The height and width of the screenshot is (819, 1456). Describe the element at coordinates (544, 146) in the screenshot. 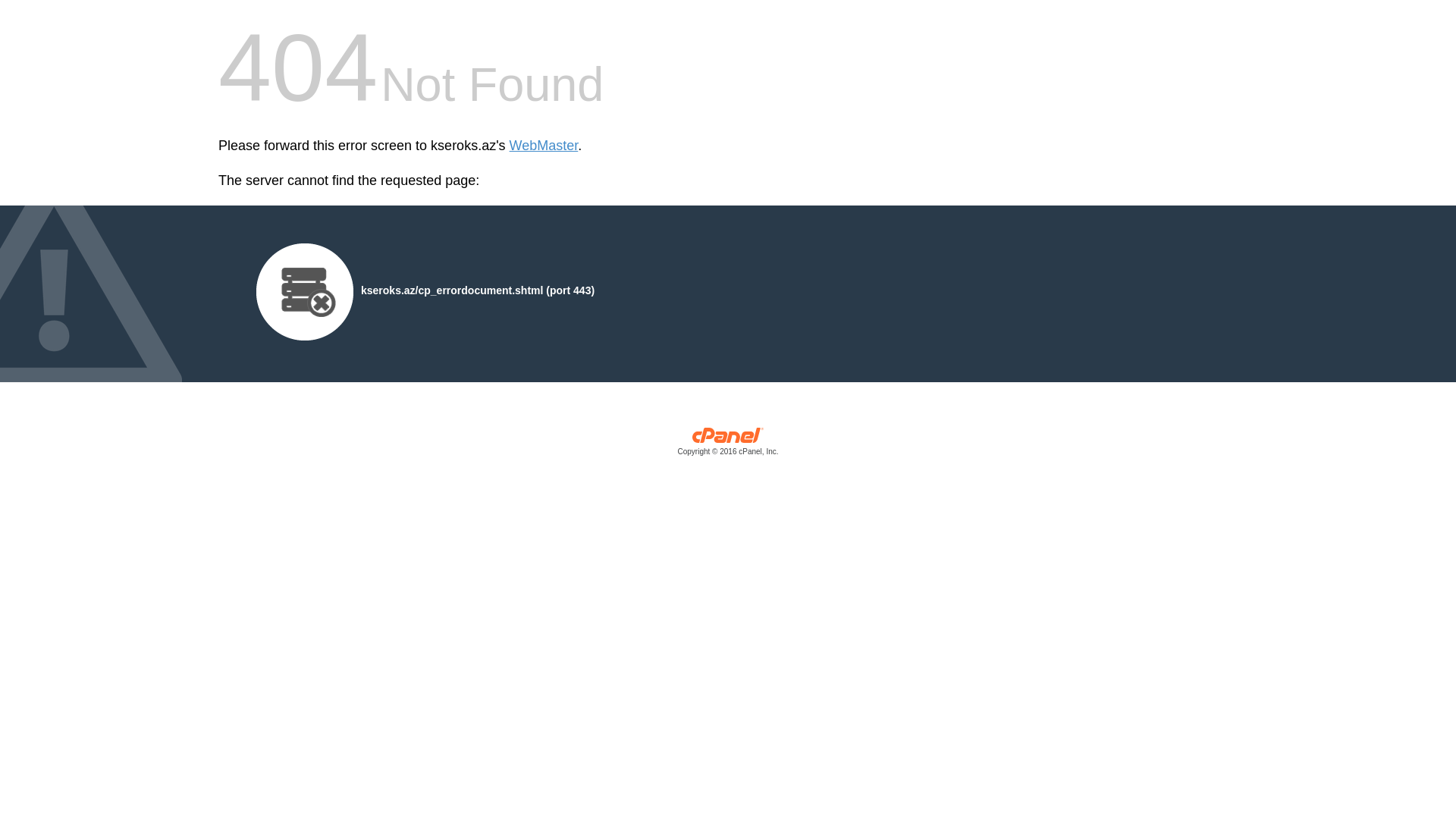

I see `'WebMaster'` at that location.